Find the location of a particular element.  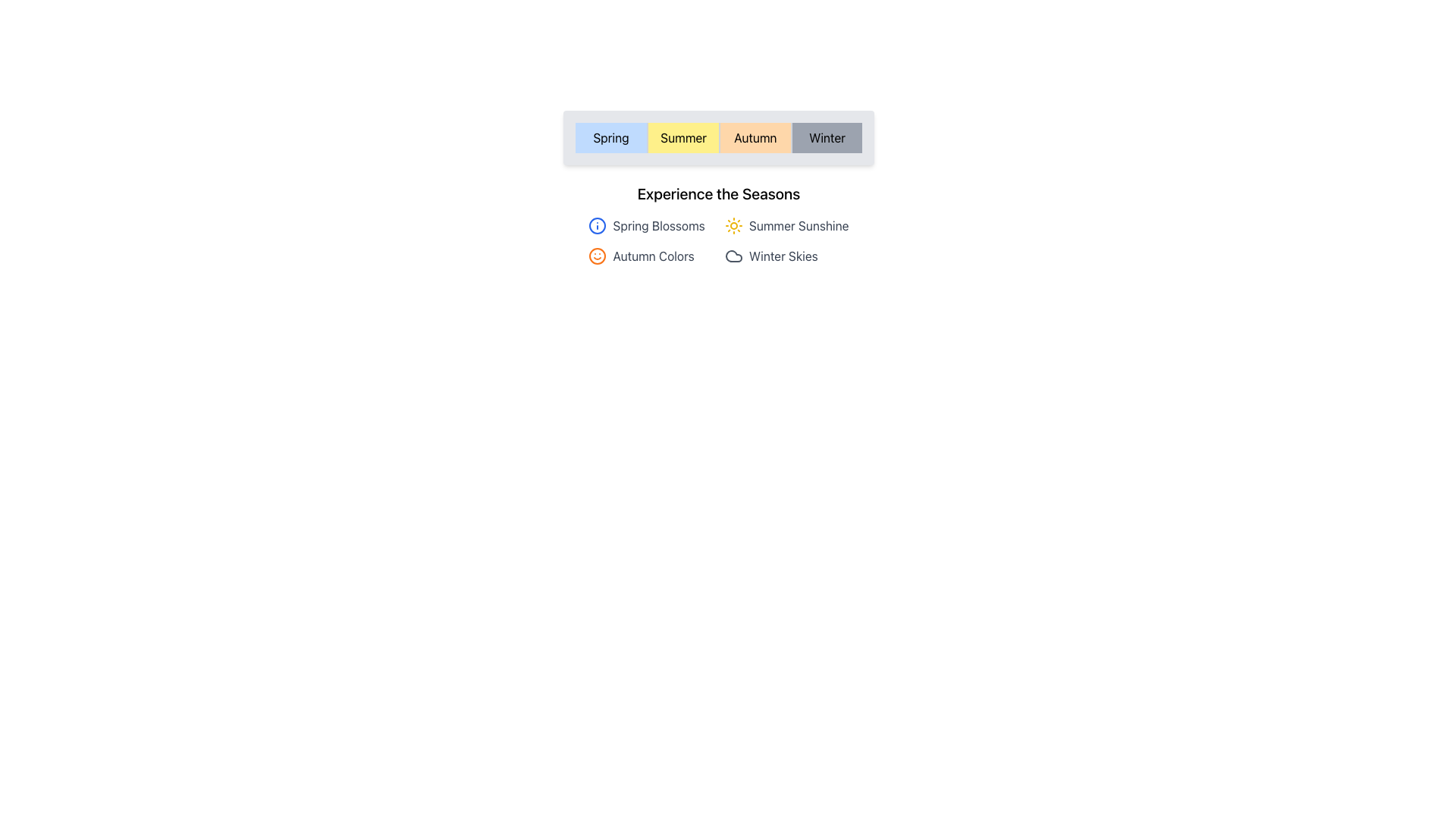

the labeled item 'Winter Skies' with a cloud icon is located at coordinates (786, 256).